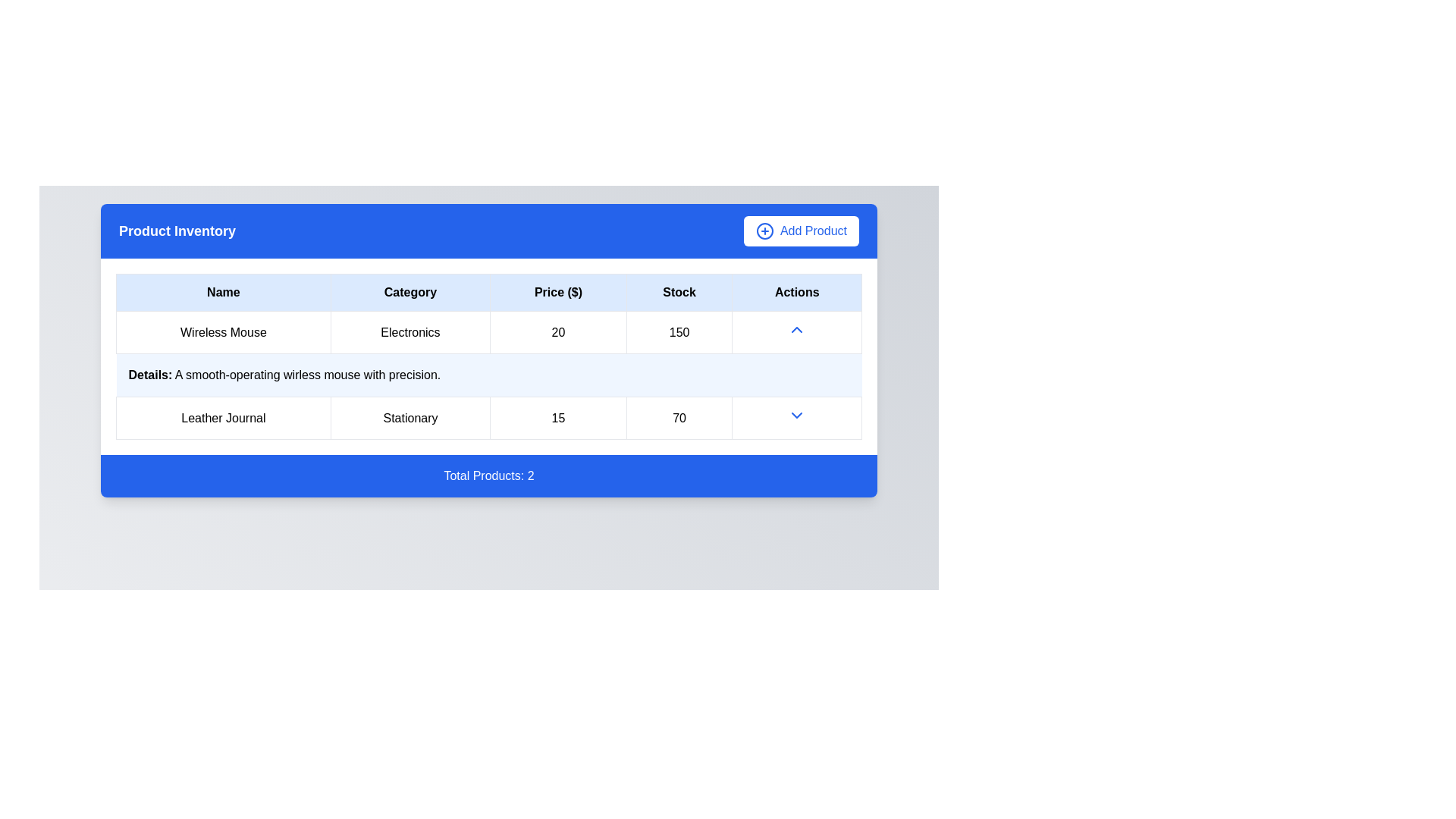  What do you see at coordinates (764, 231) in the screenshot?
I see `the circular graphical component of the 'Add Product' icon located at the top-right of the blue header bar` at bounding box center [764, 231].